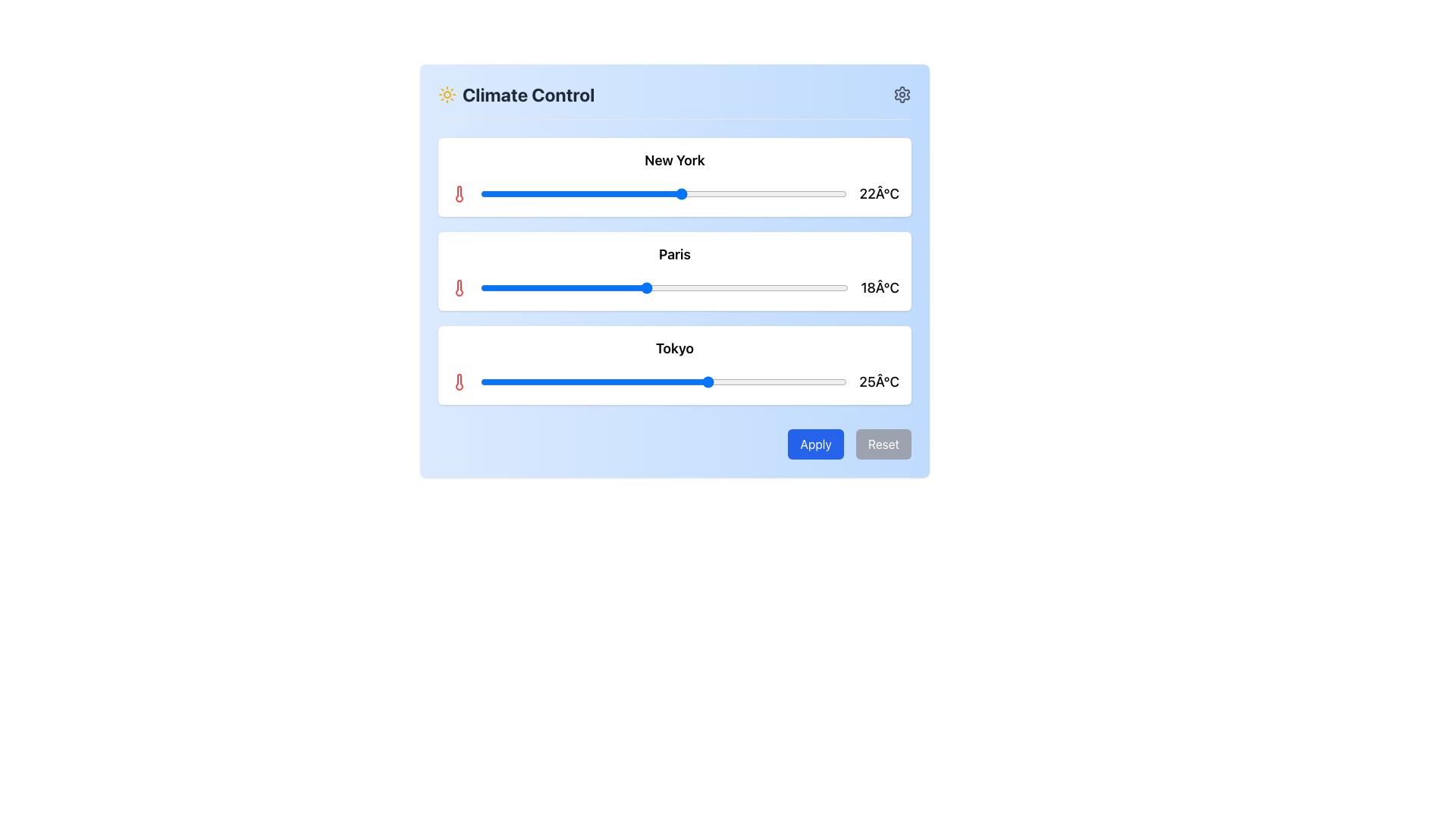 The width and height of the screenshot is (1456, 819). What do you see at coordinates (673, 348) in the screenshot?
I see `the non-interactive text label for the 'Tokyo' section, which provides context for temperature controls and readings` at bounding box center [673, 348].